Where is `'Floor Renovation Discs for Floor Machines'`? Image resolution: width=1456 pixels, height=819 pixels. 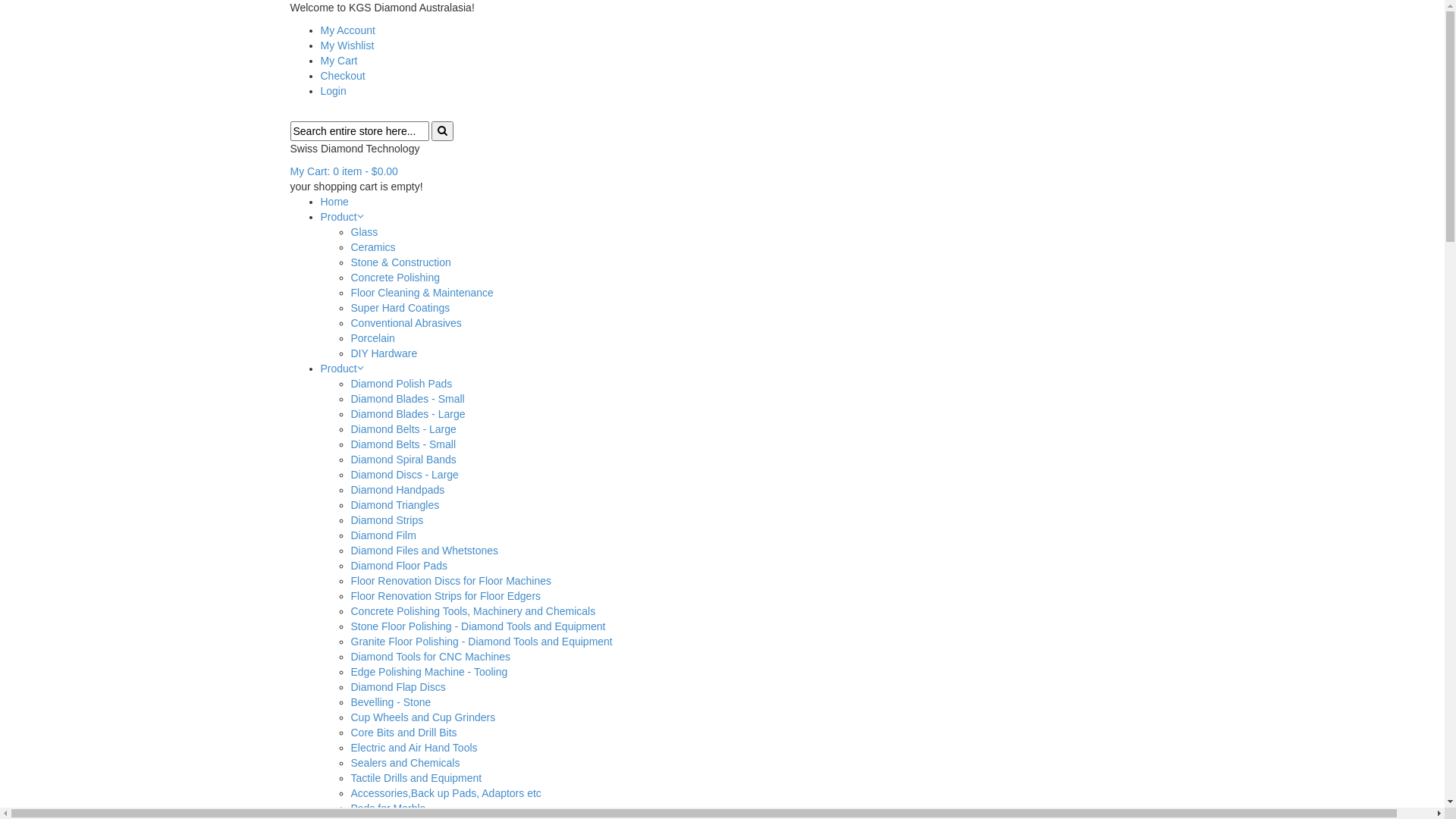
'Floor Renovation Discs for Floor Machines' is located at coordinates (450, 580).